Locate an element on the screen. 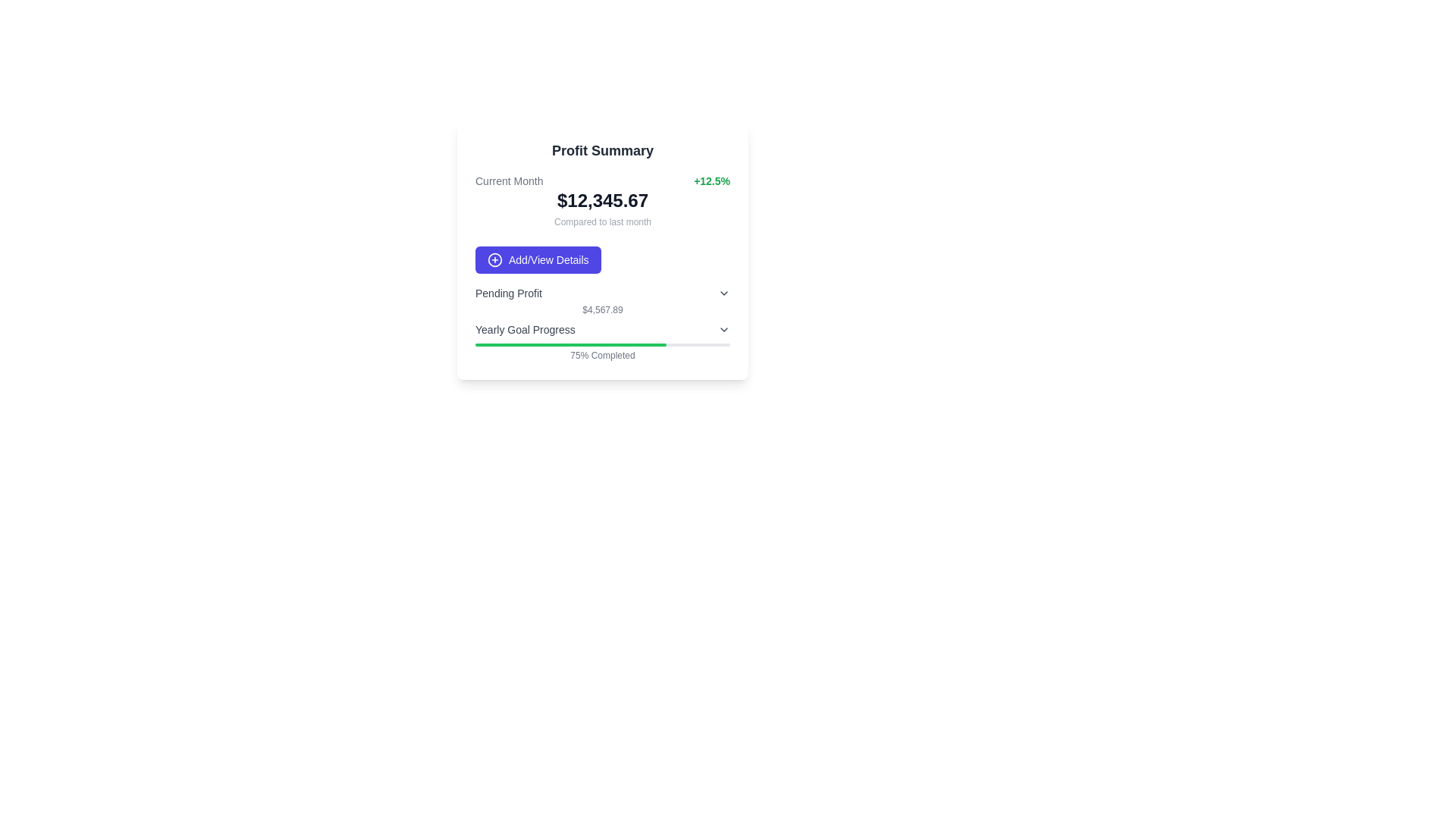 This screenshot has width=1456, height=819. the 'Add/View Details' button with rounded corners and blue background for accessibility interactions is located at coordinates (538, 259).